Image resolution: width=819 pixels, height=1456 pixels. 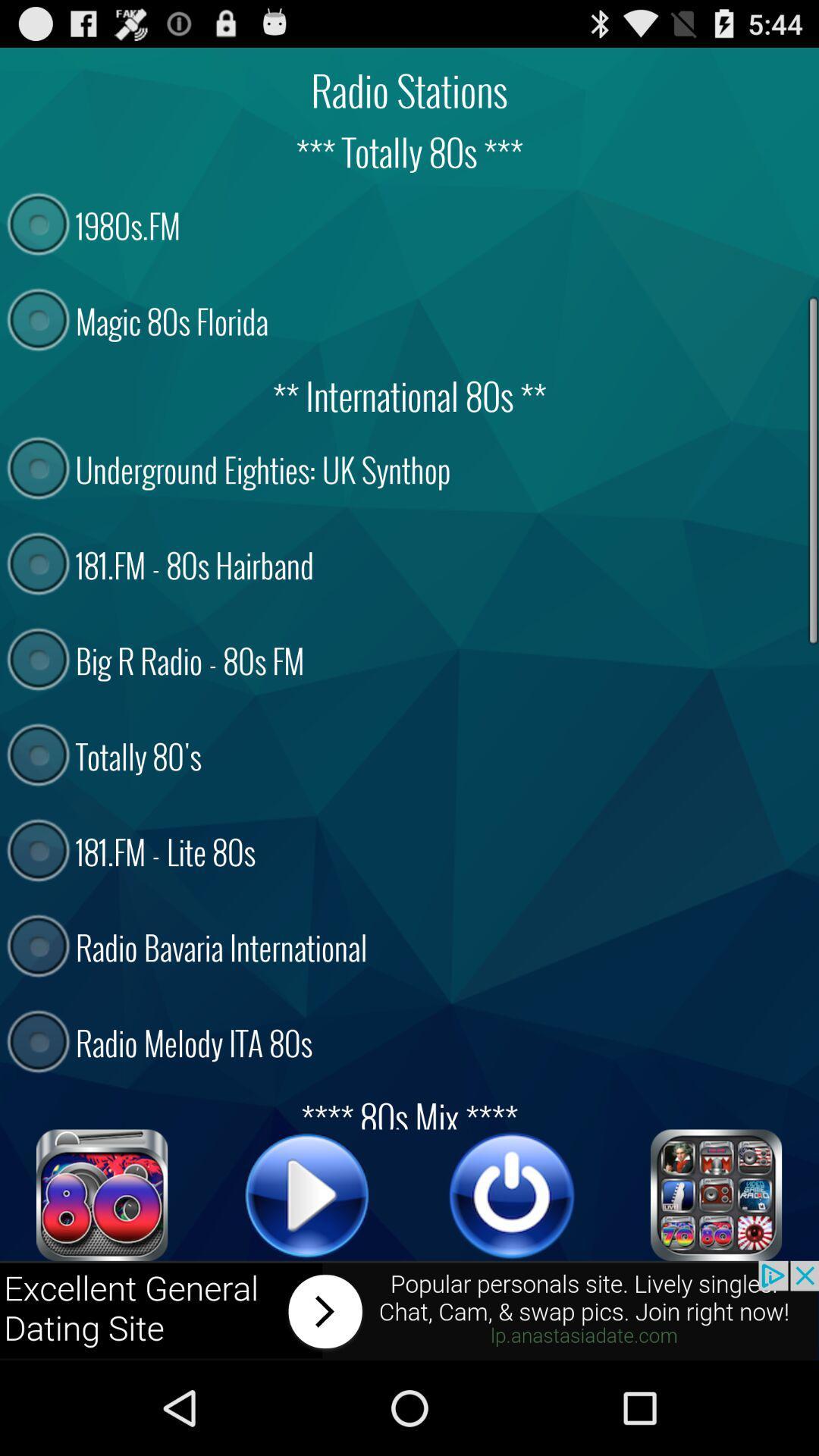 I want to click on link to 80, so click(x=102, y=1194).